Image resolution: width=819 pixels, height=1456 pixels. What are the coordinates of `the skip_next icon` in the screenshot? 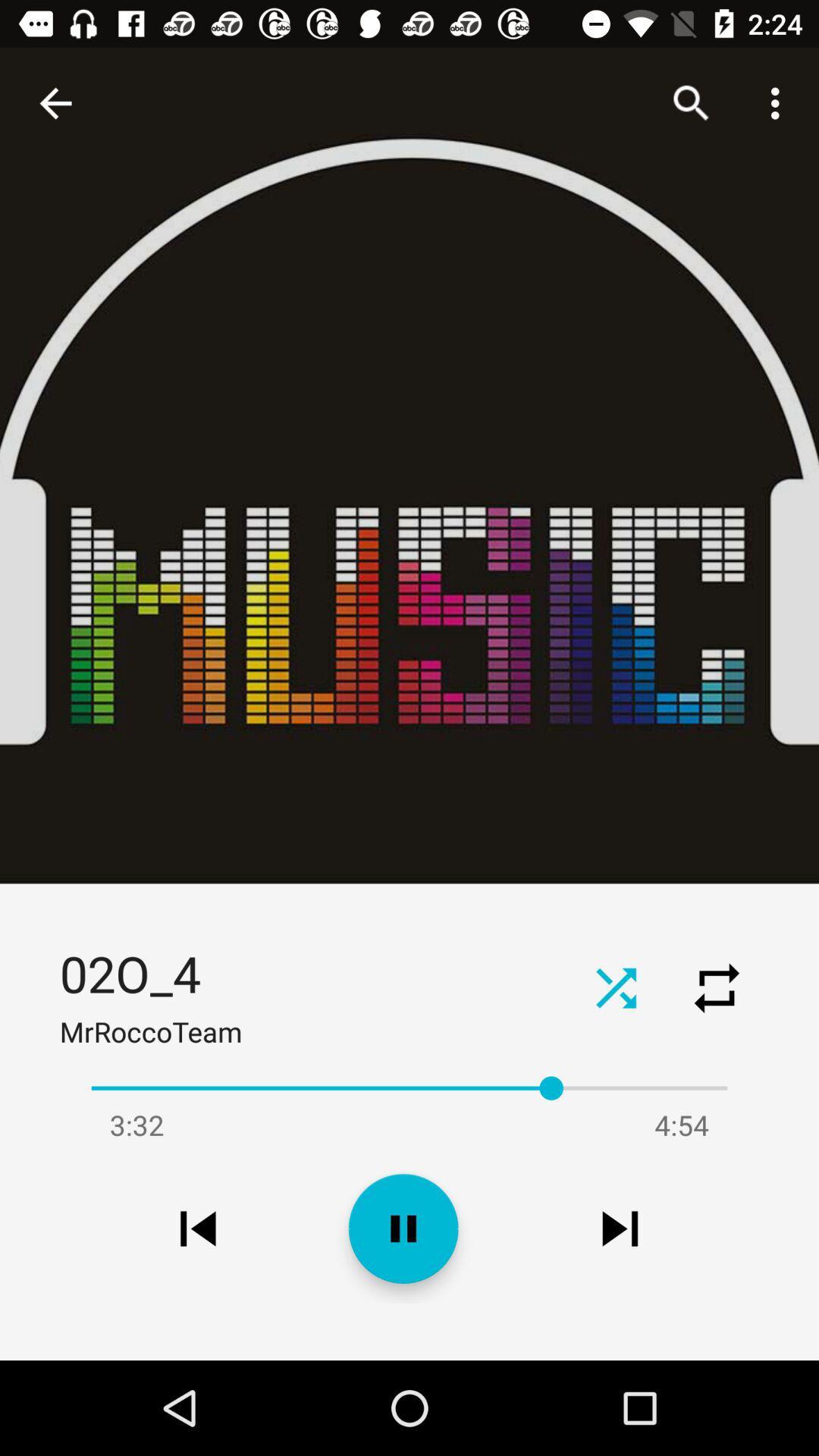 It's located at (620, 1228).